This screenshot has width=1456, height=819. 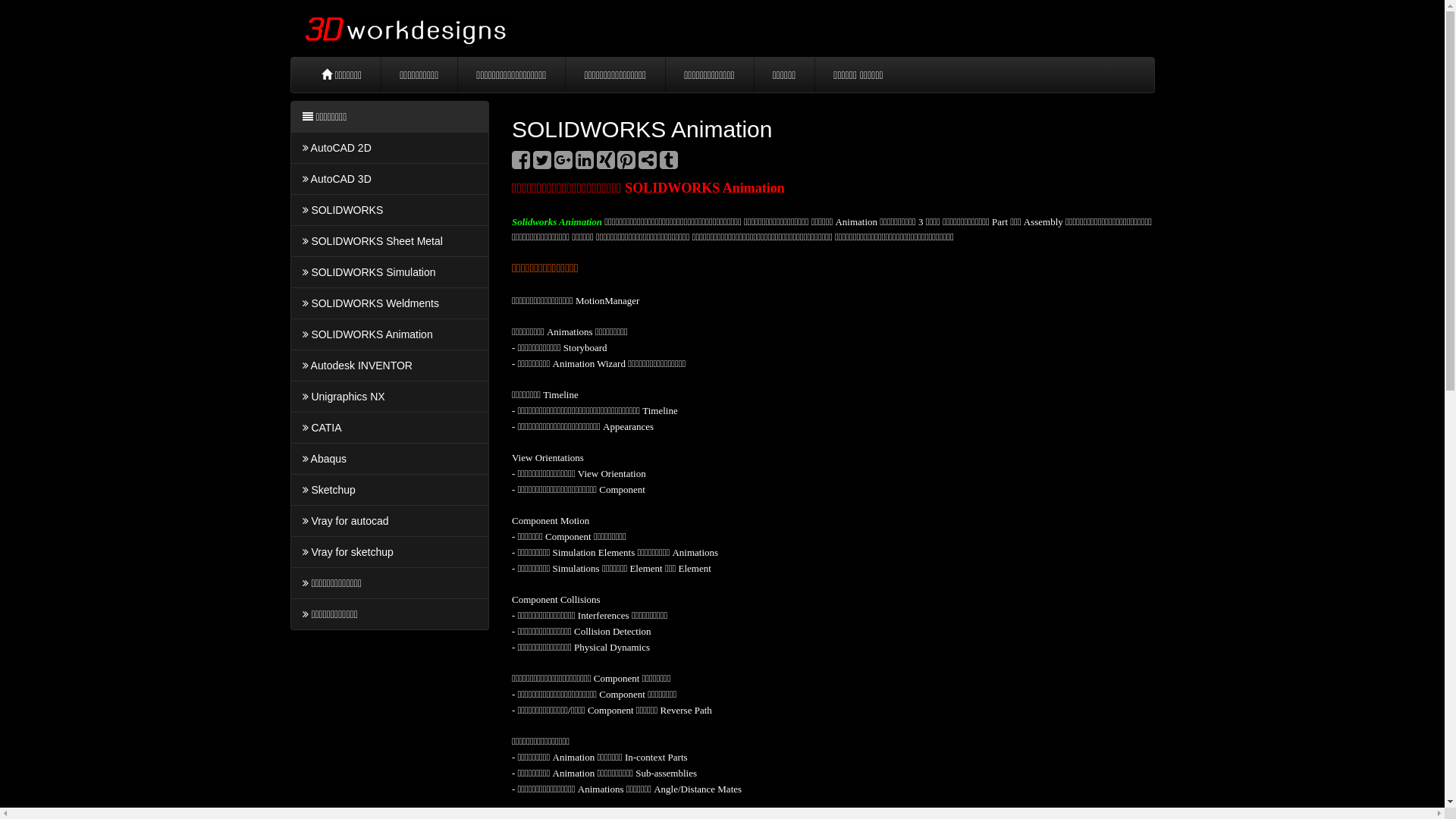 What do you see at coordinates (389, 552) in the screenshot?
I see `'Vray for sketchup'` at bounding box center [389, 552].